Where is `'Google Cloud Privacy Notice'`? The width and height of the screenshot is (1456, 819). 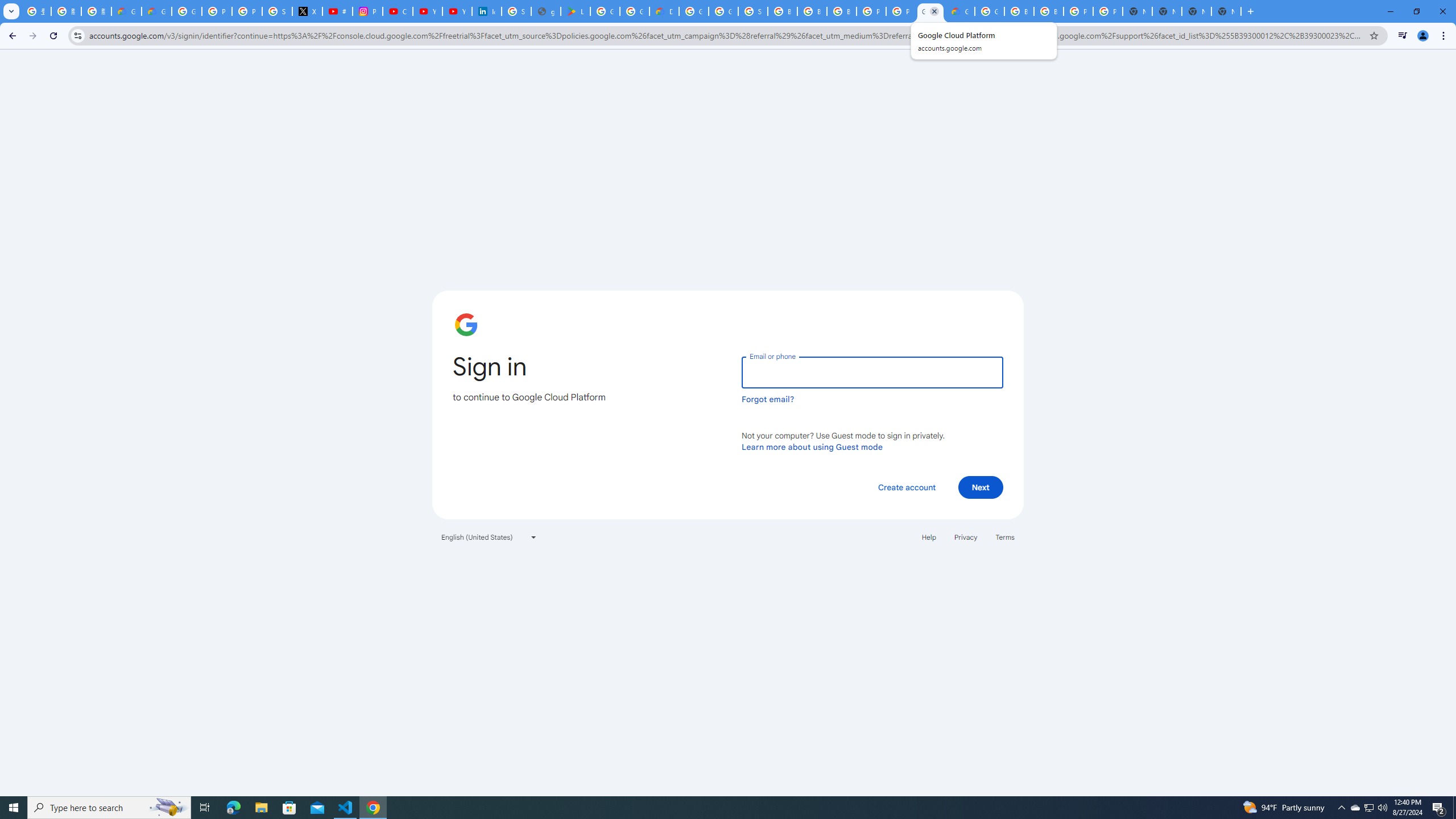
'Google Cloud Privacy Notice' is located at coordinates (156, 11).